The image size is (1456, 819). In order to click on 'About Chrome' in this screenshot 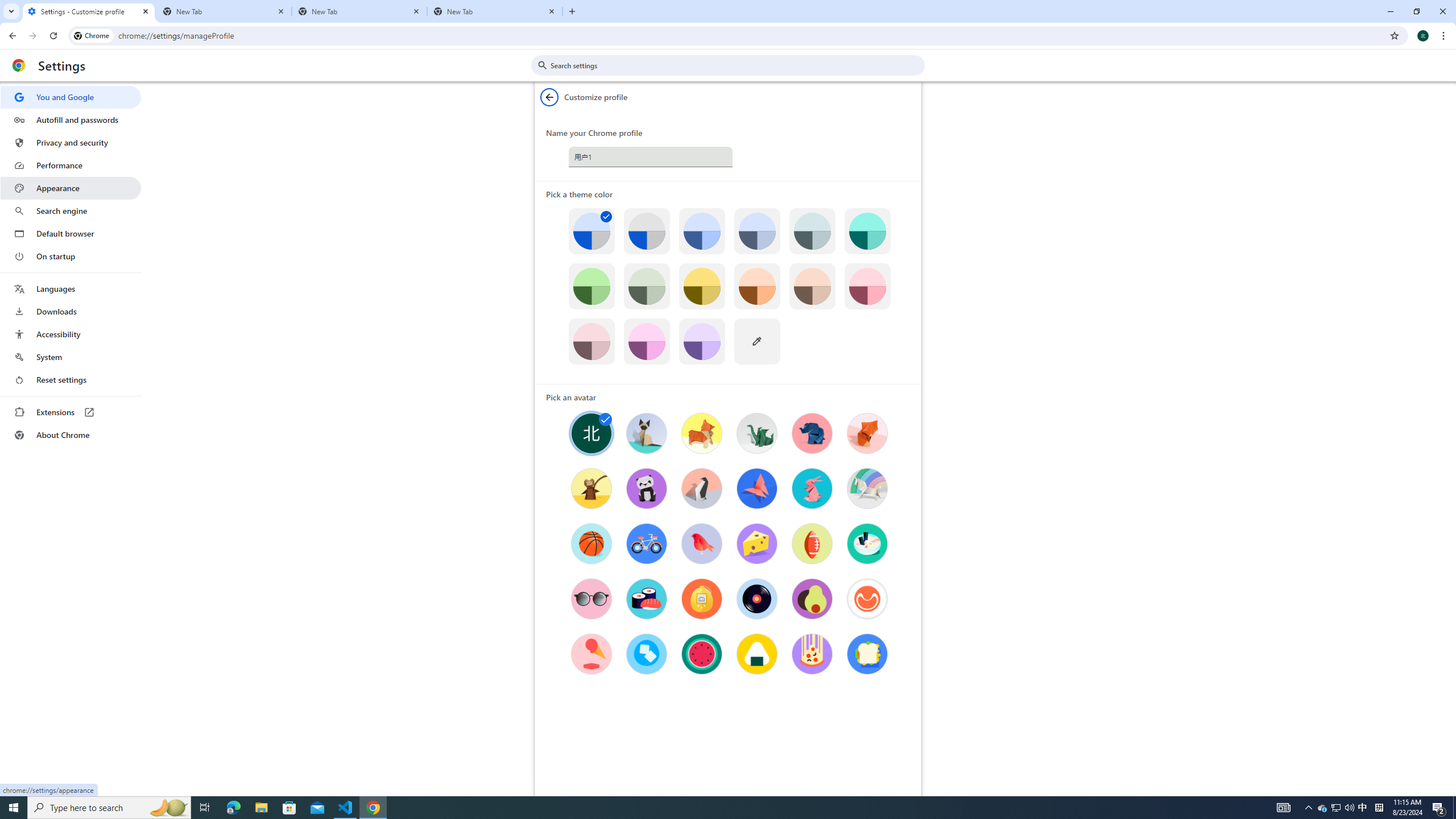, I will do `click(70, 434)`.